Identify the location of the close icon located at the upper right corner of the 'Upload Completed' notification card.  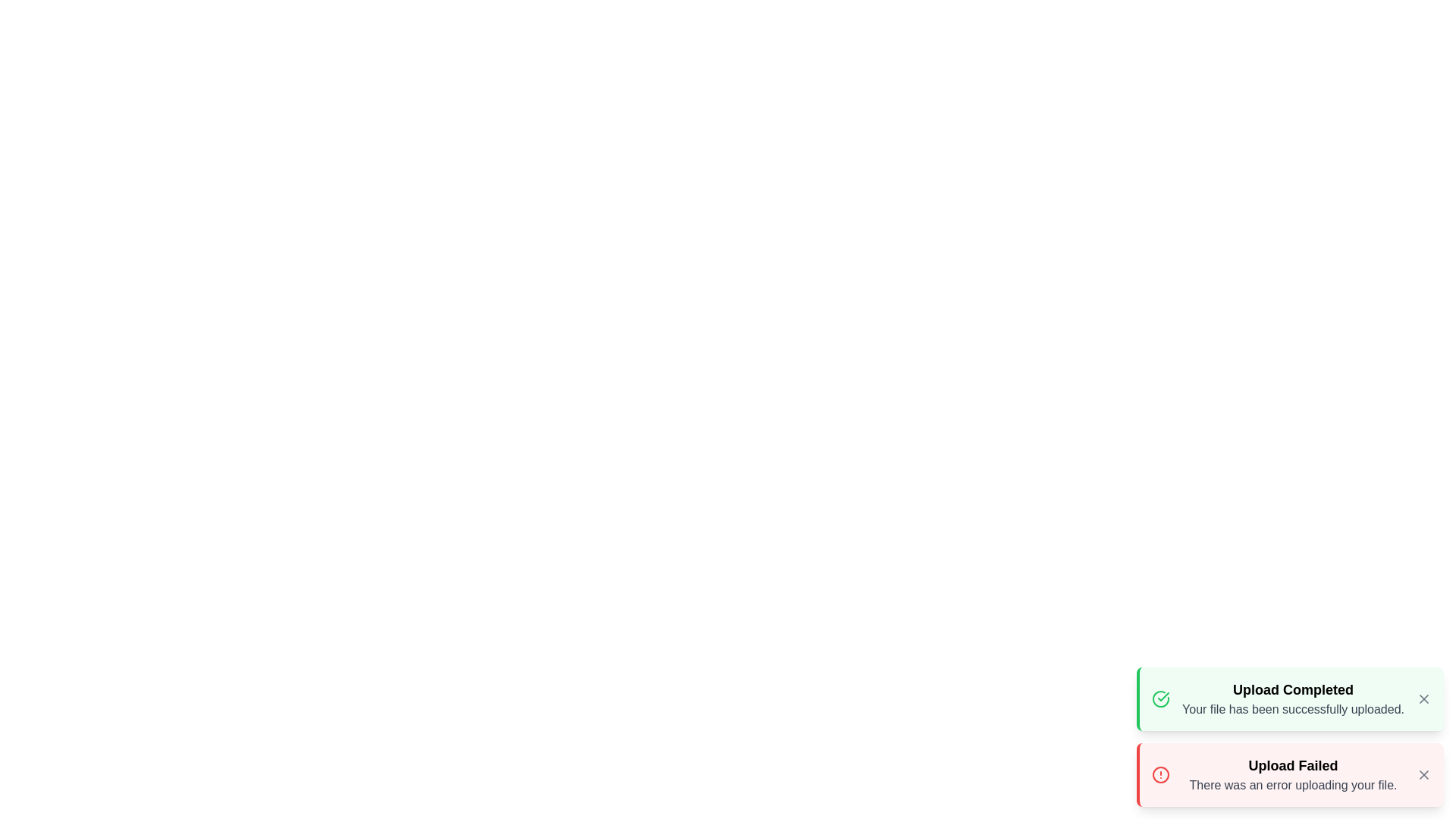
(1423, 698).